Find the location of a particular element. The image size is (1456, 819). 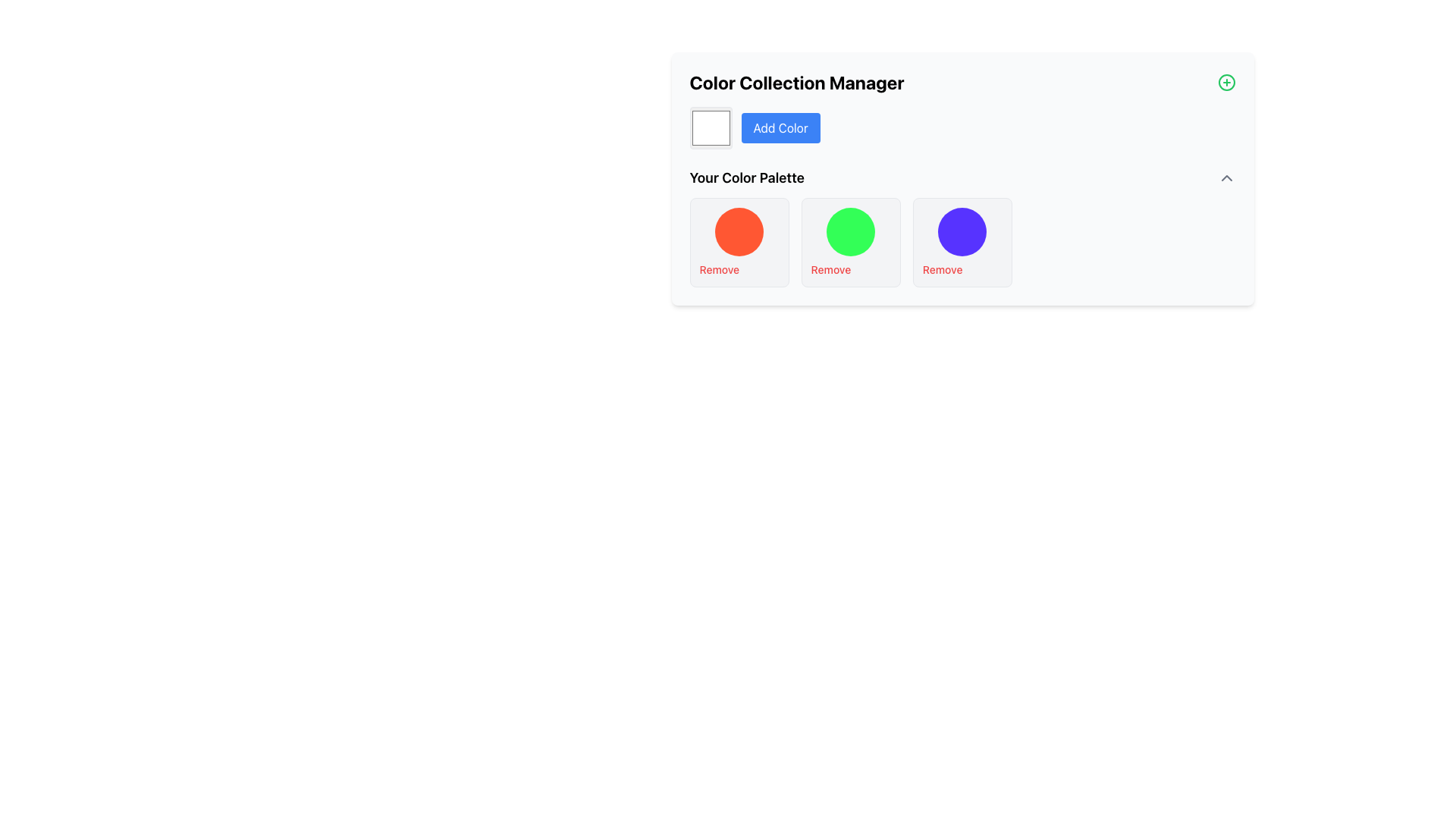

the 'Remove' button located below the green color card in the 'Your Color Palette' section is located at coordinates (830, 268).